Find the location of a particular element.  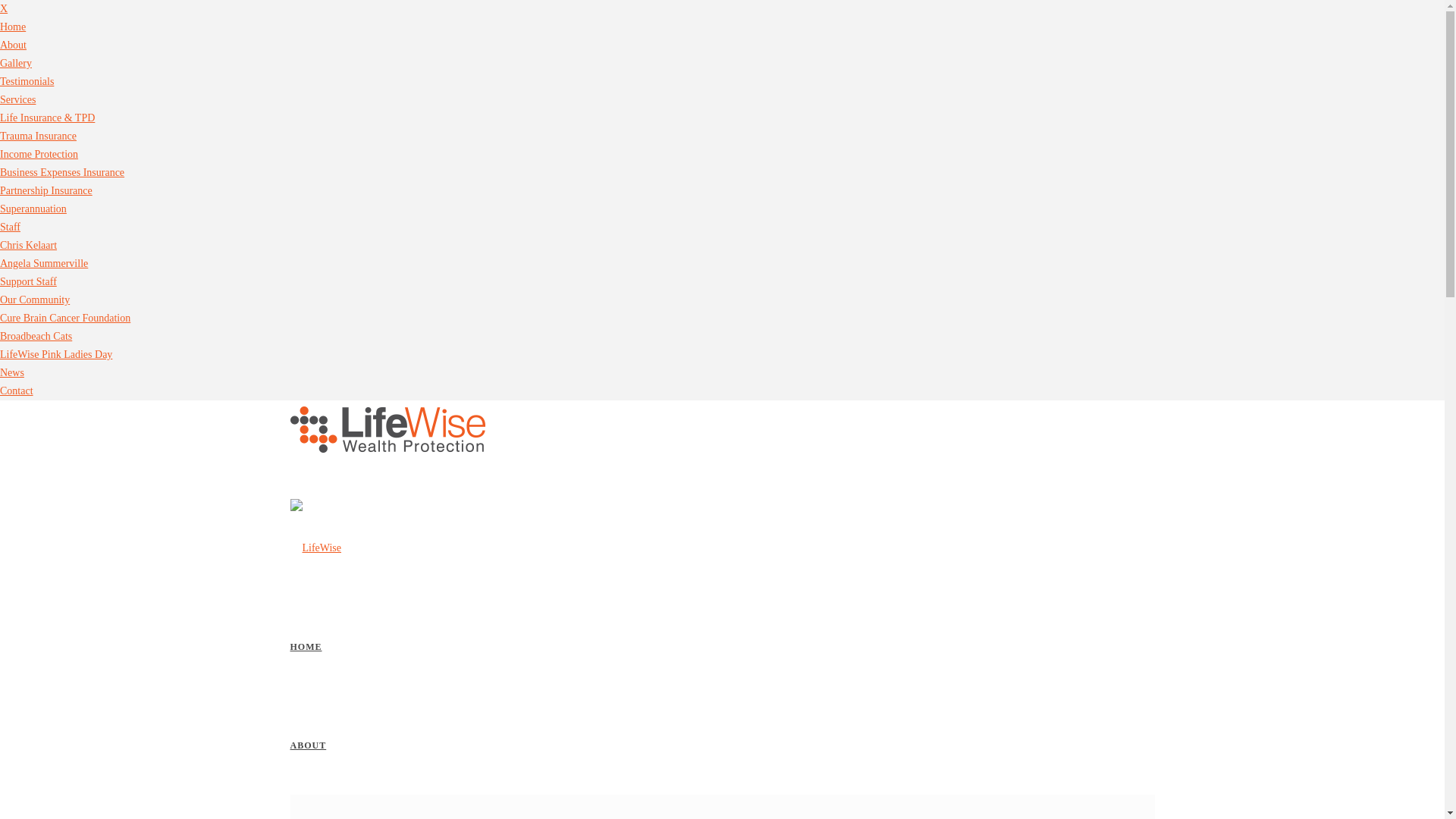

'Testimonials' is located at coordinates (27, 81).